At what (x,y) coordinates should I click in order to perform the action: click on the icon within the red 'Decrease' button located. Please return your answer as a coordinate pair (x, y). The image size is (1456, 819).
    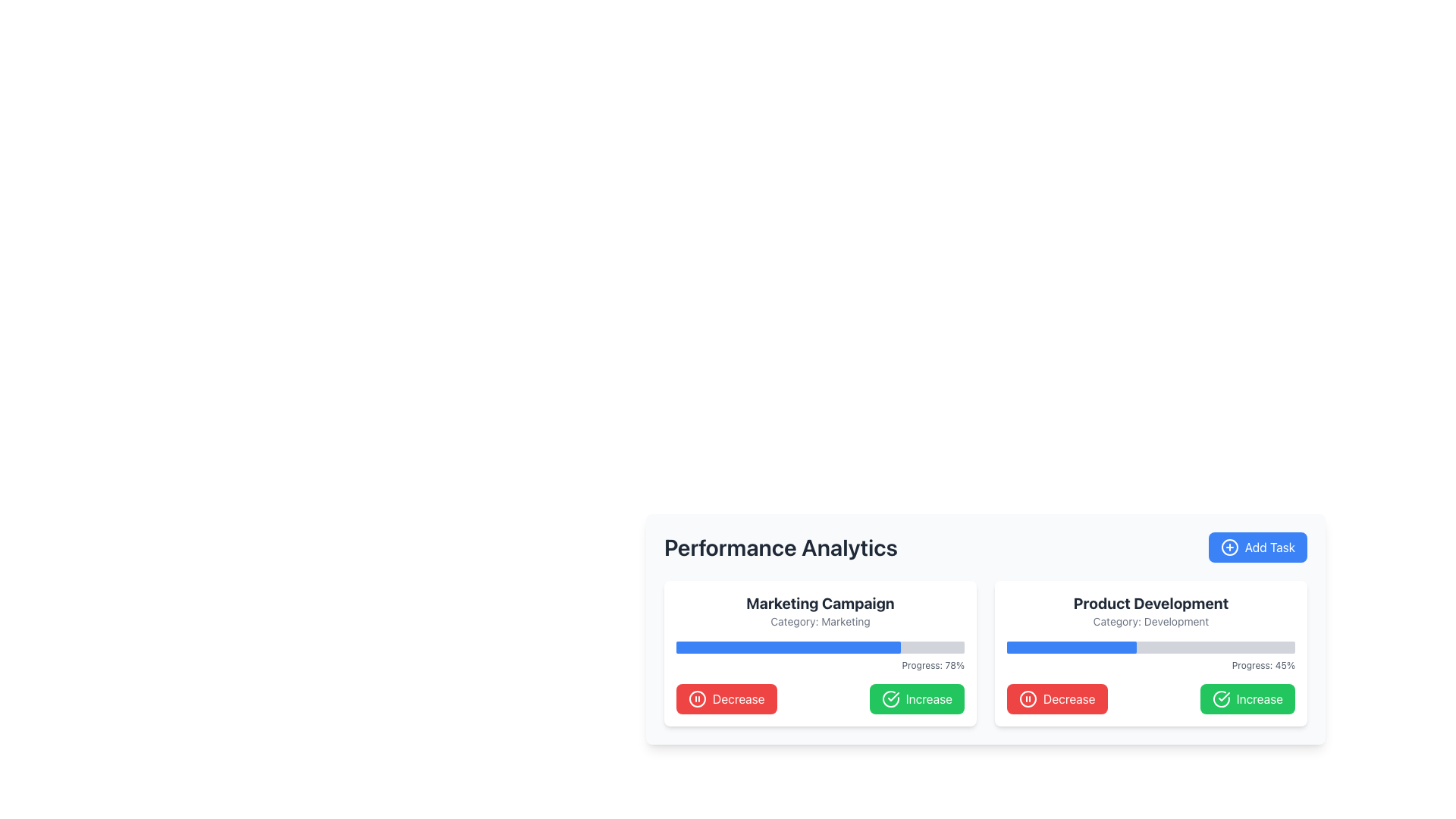
    Looking at the image, I should click on (697, 698).